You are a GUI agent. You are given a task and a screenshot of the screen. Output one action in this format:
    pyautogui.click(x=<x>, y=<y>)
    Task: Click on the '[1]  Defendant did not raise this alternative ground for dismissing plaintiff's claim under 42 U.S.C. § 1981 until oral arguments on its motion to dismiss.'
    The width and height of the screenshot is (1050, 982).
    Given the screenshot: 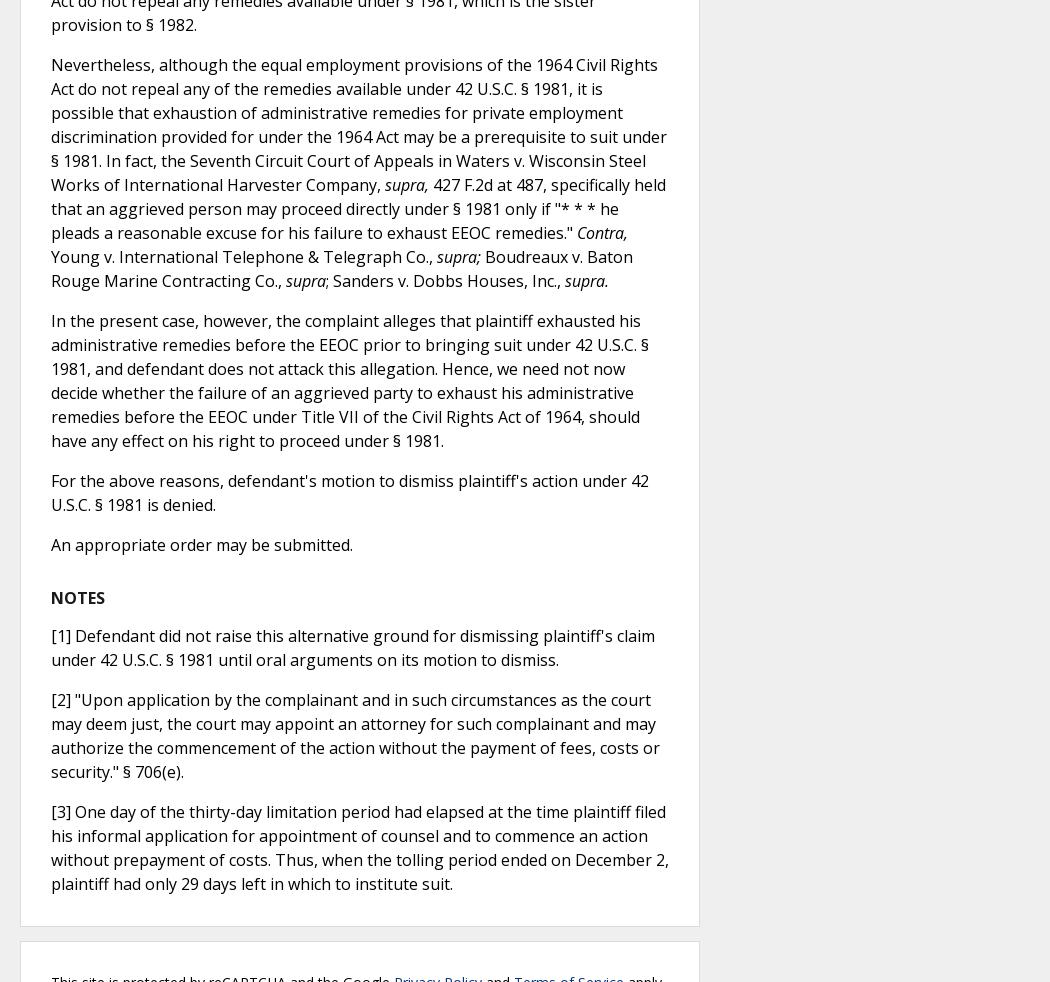 What is the action you would take?
    pyautogui.click(x=50, y=647)
    